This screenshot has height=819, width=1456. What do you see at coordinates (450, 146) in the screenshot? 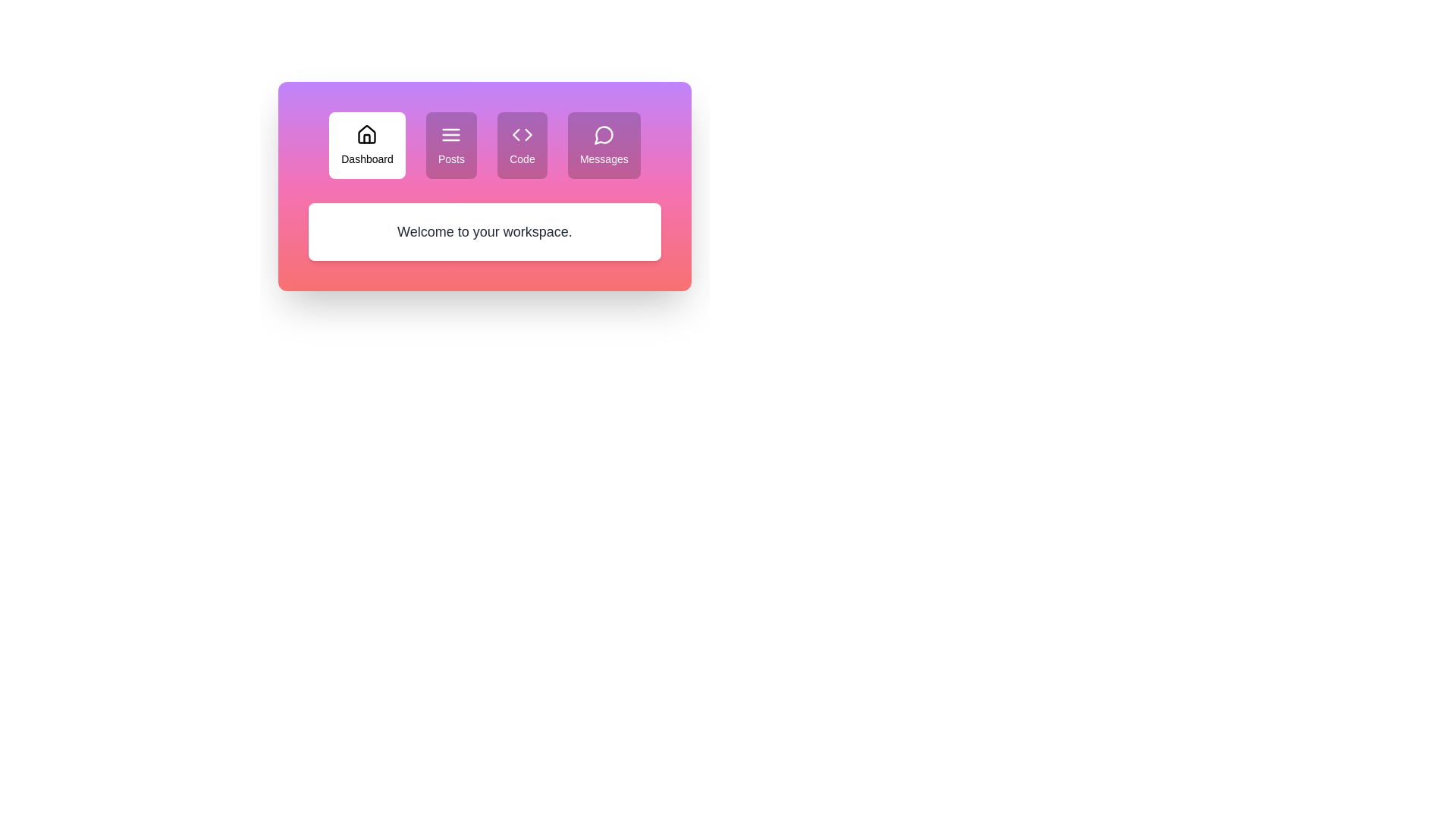
I see `the tab labeled Posts to navigate to its content` at bounding box center [450, 146].